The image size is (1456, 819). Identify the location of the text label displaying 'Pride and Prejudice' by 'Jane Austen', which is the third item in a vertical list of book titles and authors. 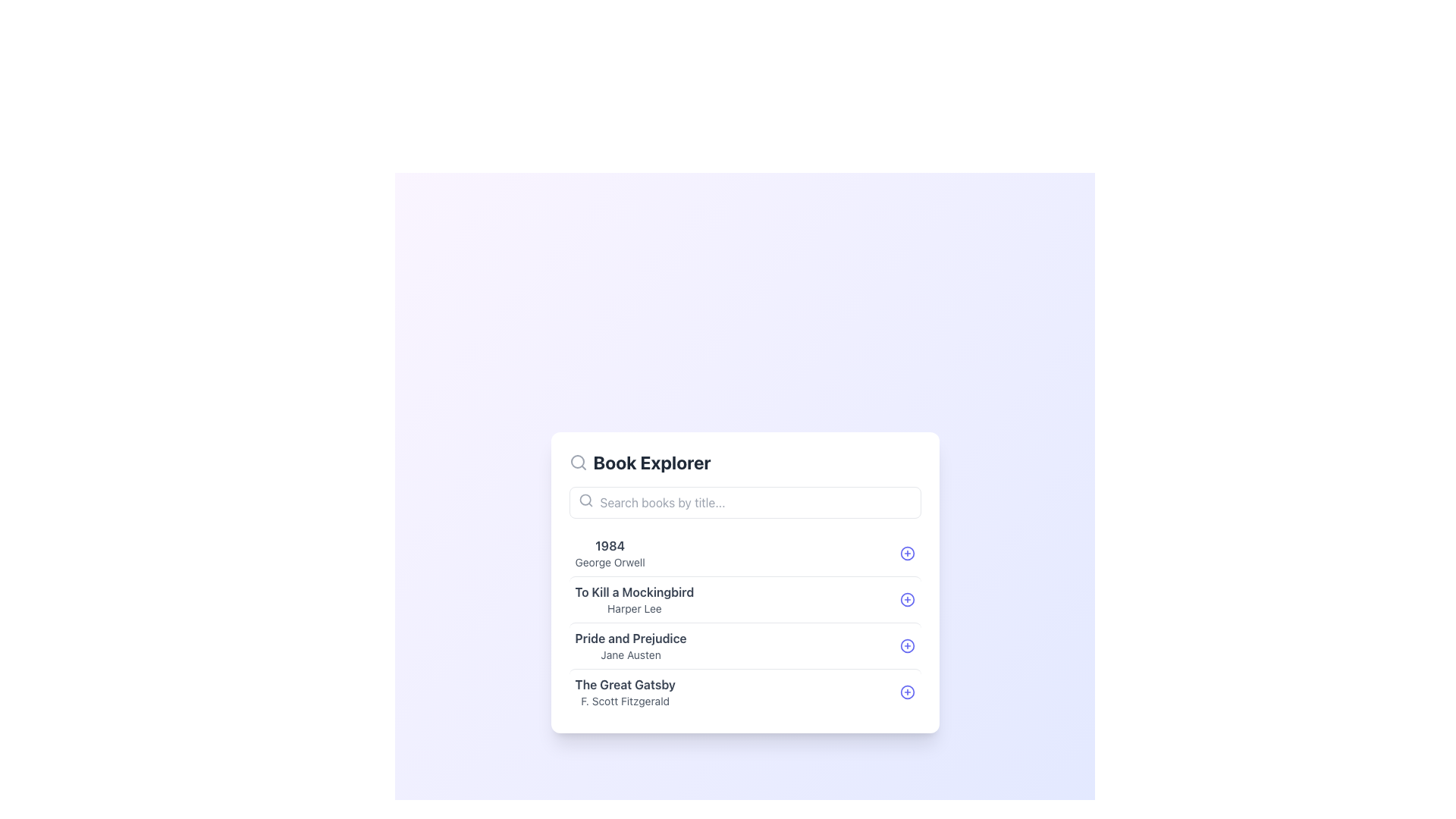
(631, 645).